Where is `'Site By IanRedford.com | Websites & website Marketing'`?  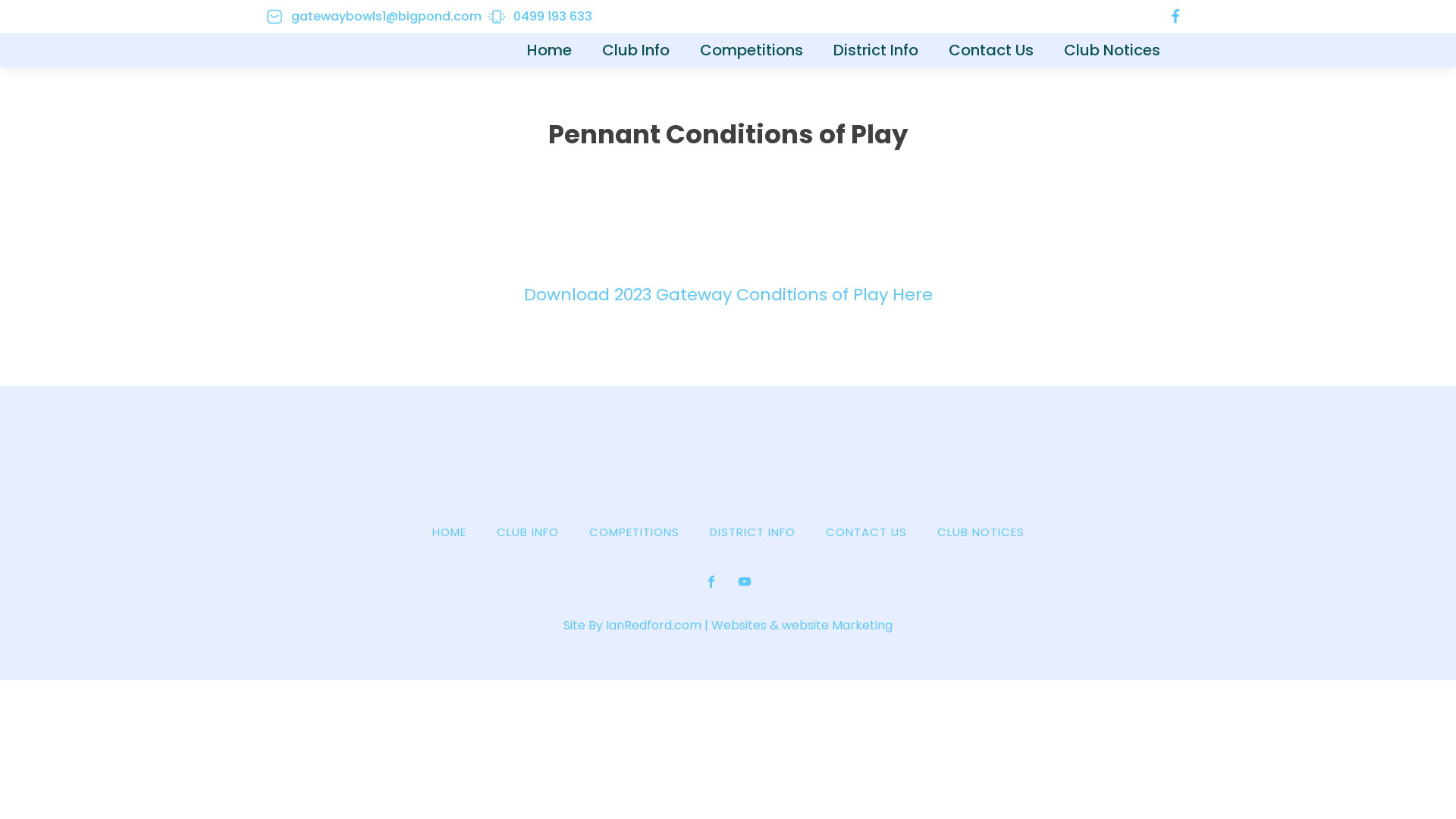 'Site By IanRedford.com | Websites & website Marketing' is located at coordinates (728, 626).